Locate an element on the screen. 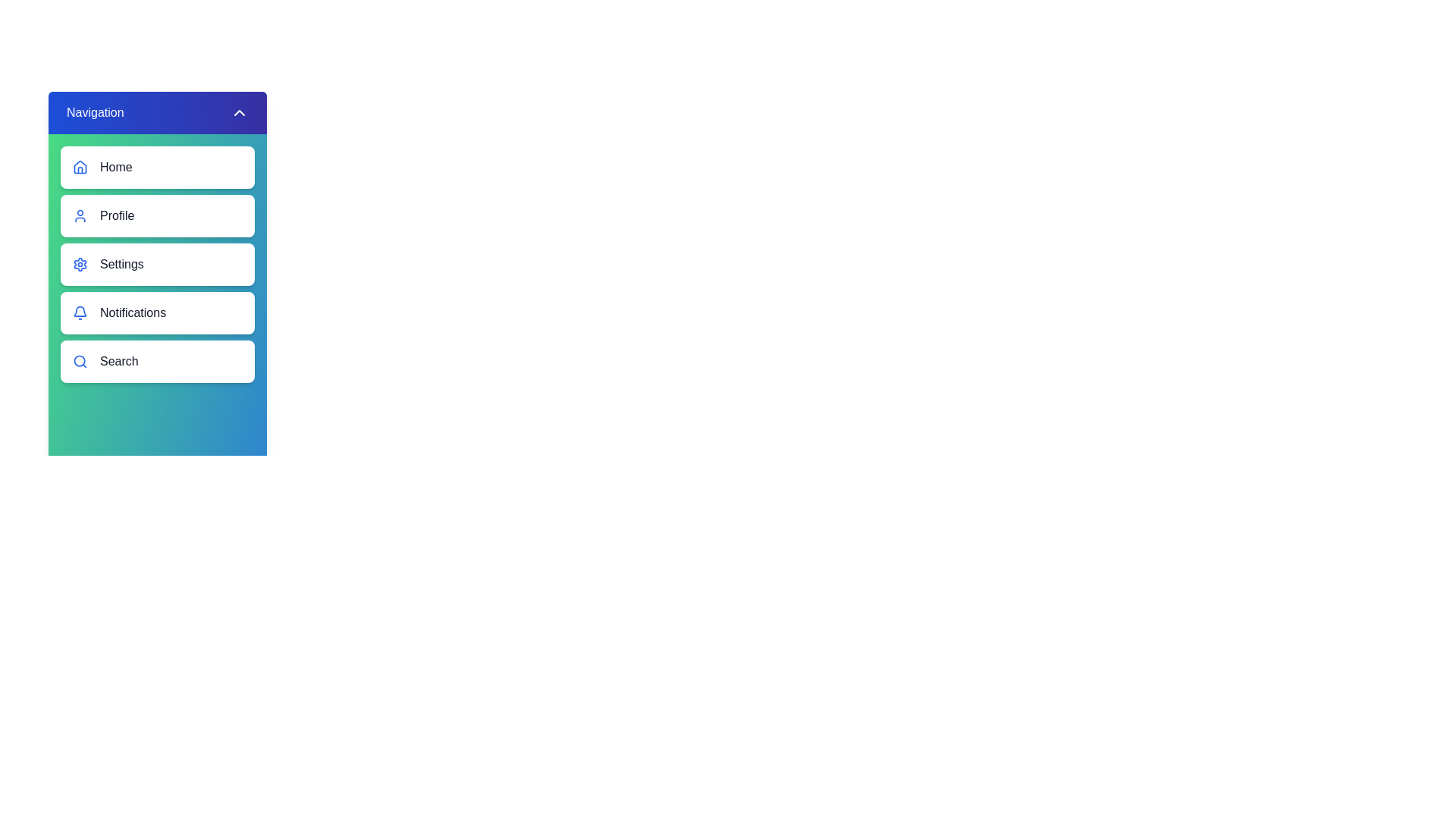 This screenshot has width=1456, height=819. the upward-pointing chevron icon button located at the top right corner of the navigation header, adjacent to the text label 'Navigation' is located at coordinates (239, 112).